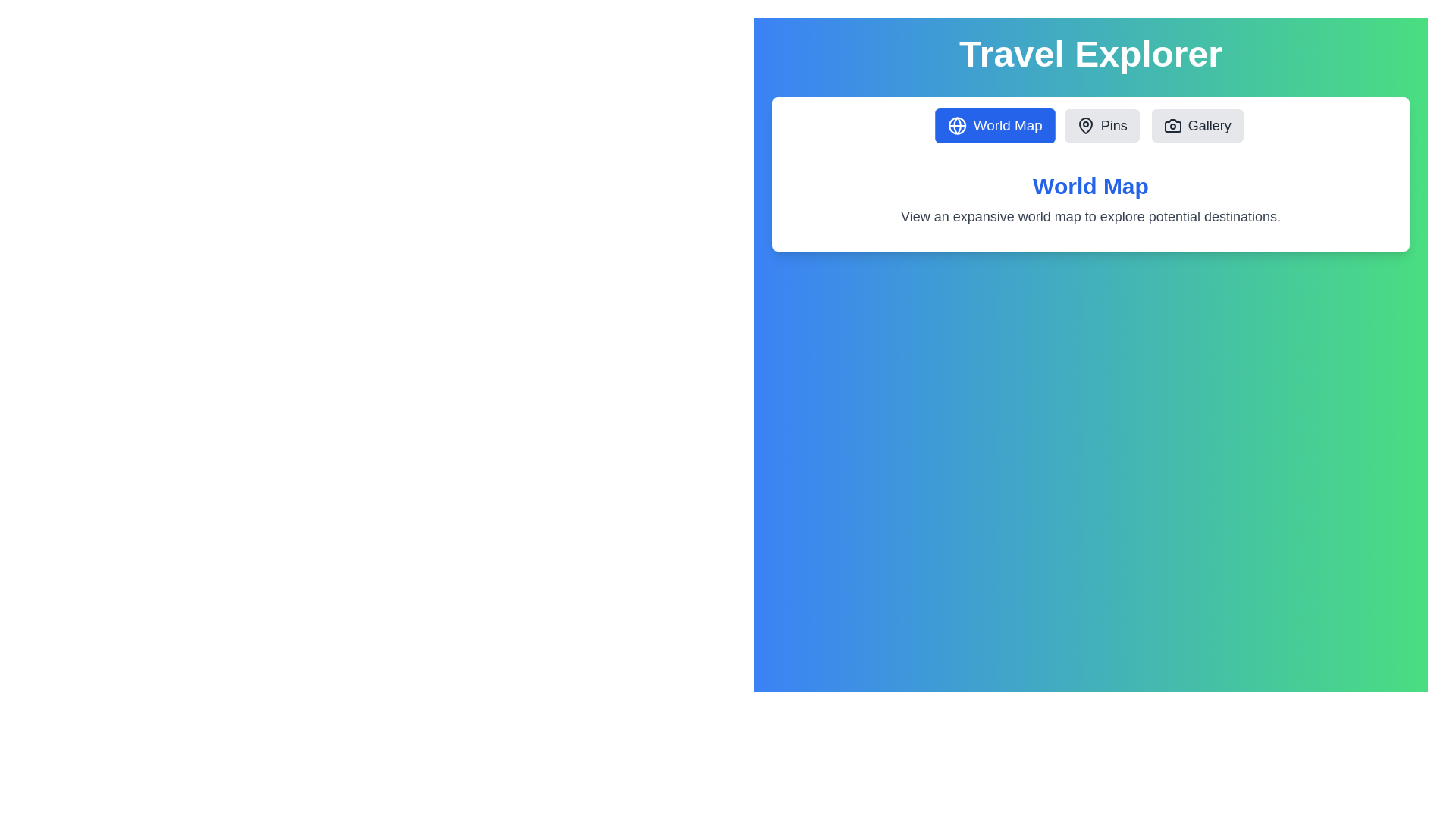 The width and height of the screenshot is (1456, 819). I want to click on the tab button labeled Pins to switch to the corresponding tab, so click(1102, 124).